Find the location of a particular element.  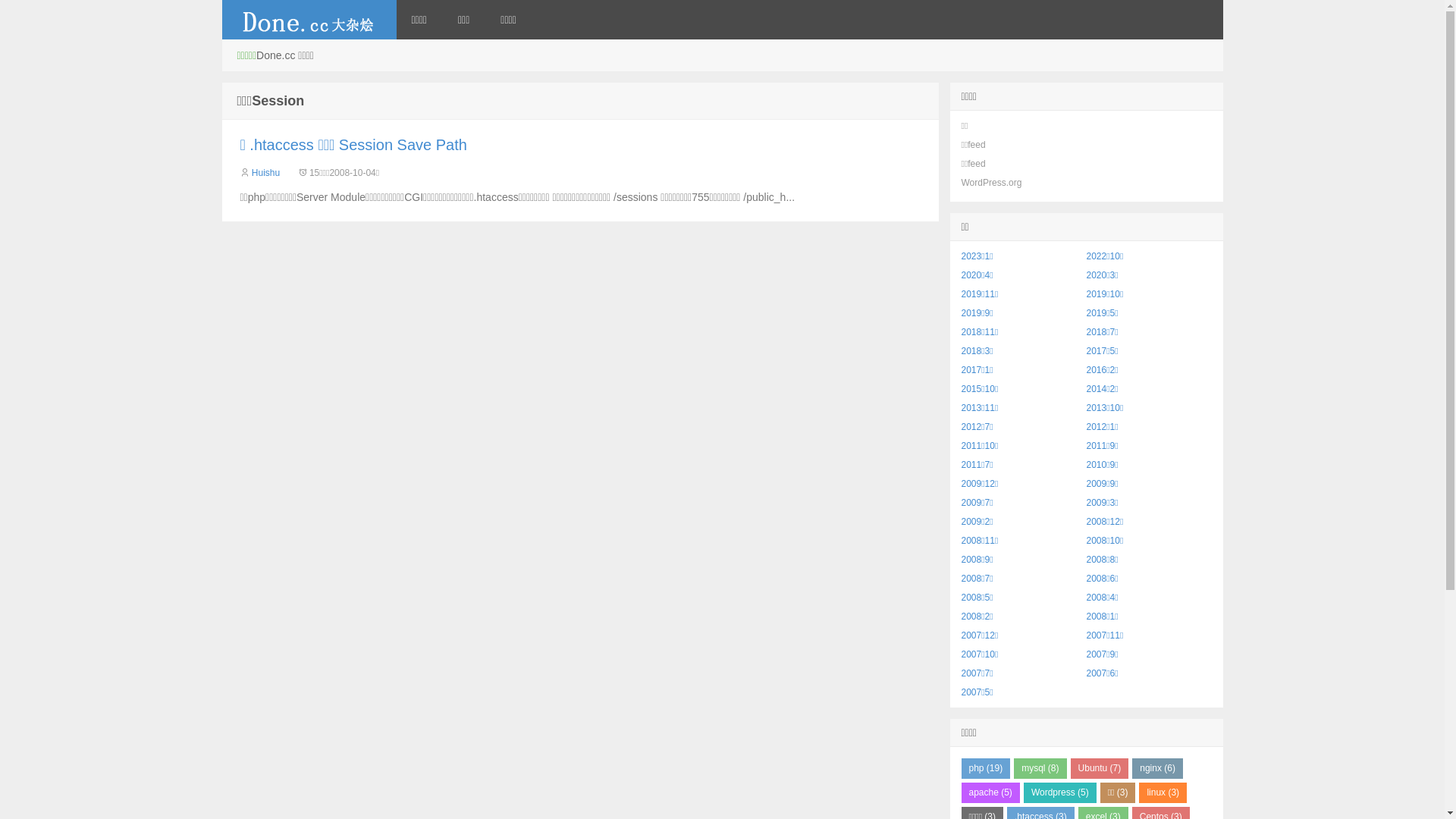

'Done.cc' is located at coordinates (308, 20).